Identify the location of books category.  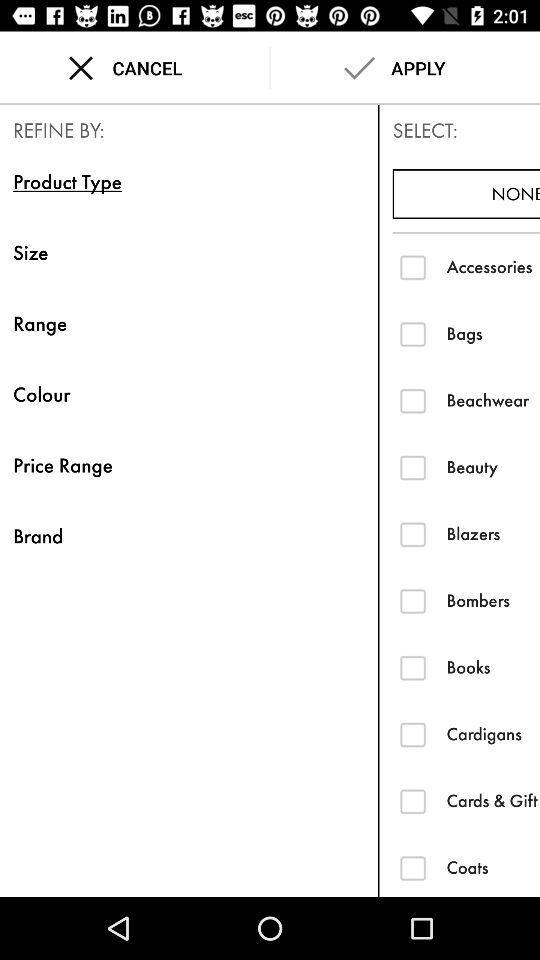
(412, 667).